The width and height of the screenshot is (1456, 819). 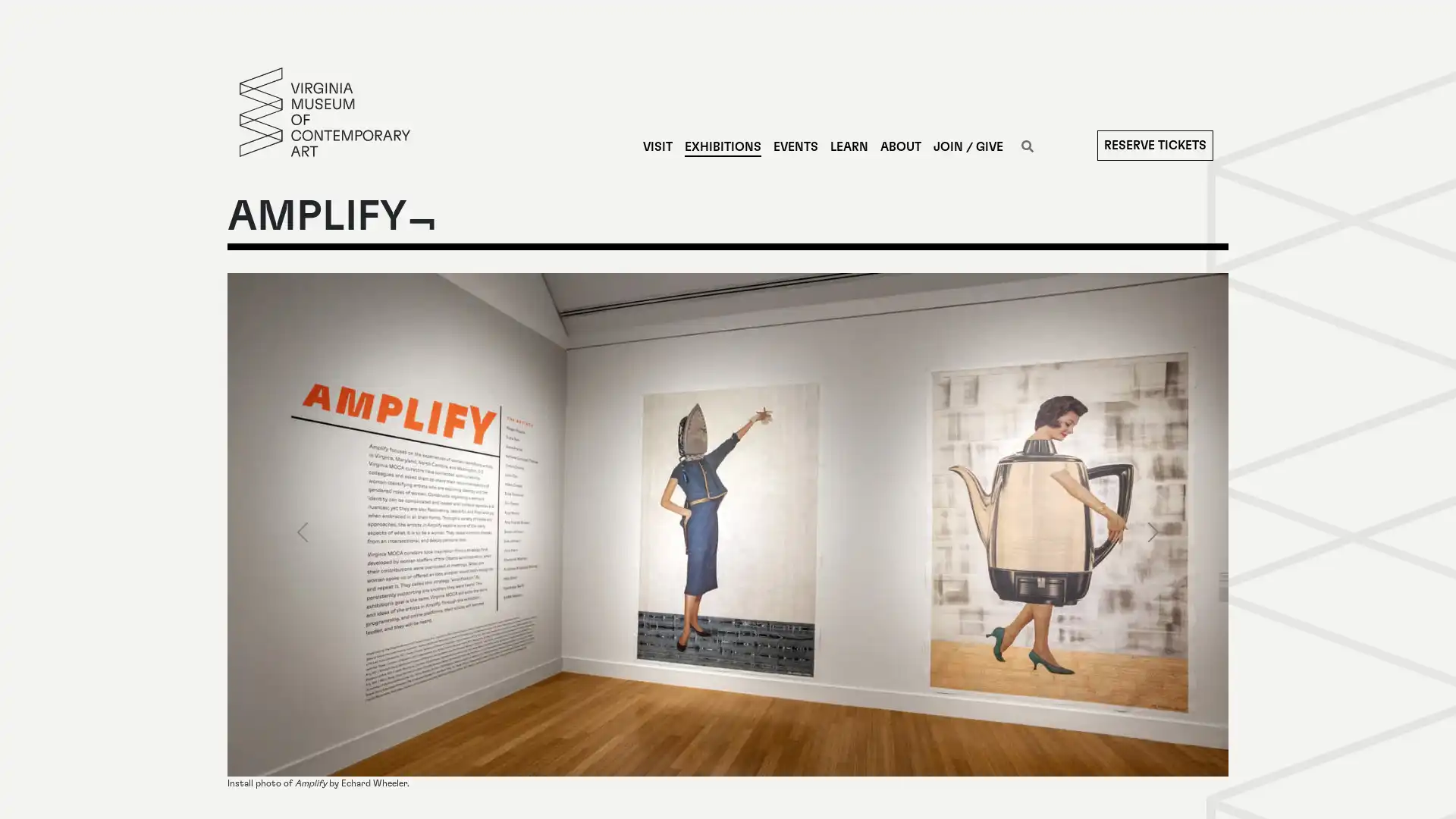 I want to click on Previous, so click(x=302, y=531).